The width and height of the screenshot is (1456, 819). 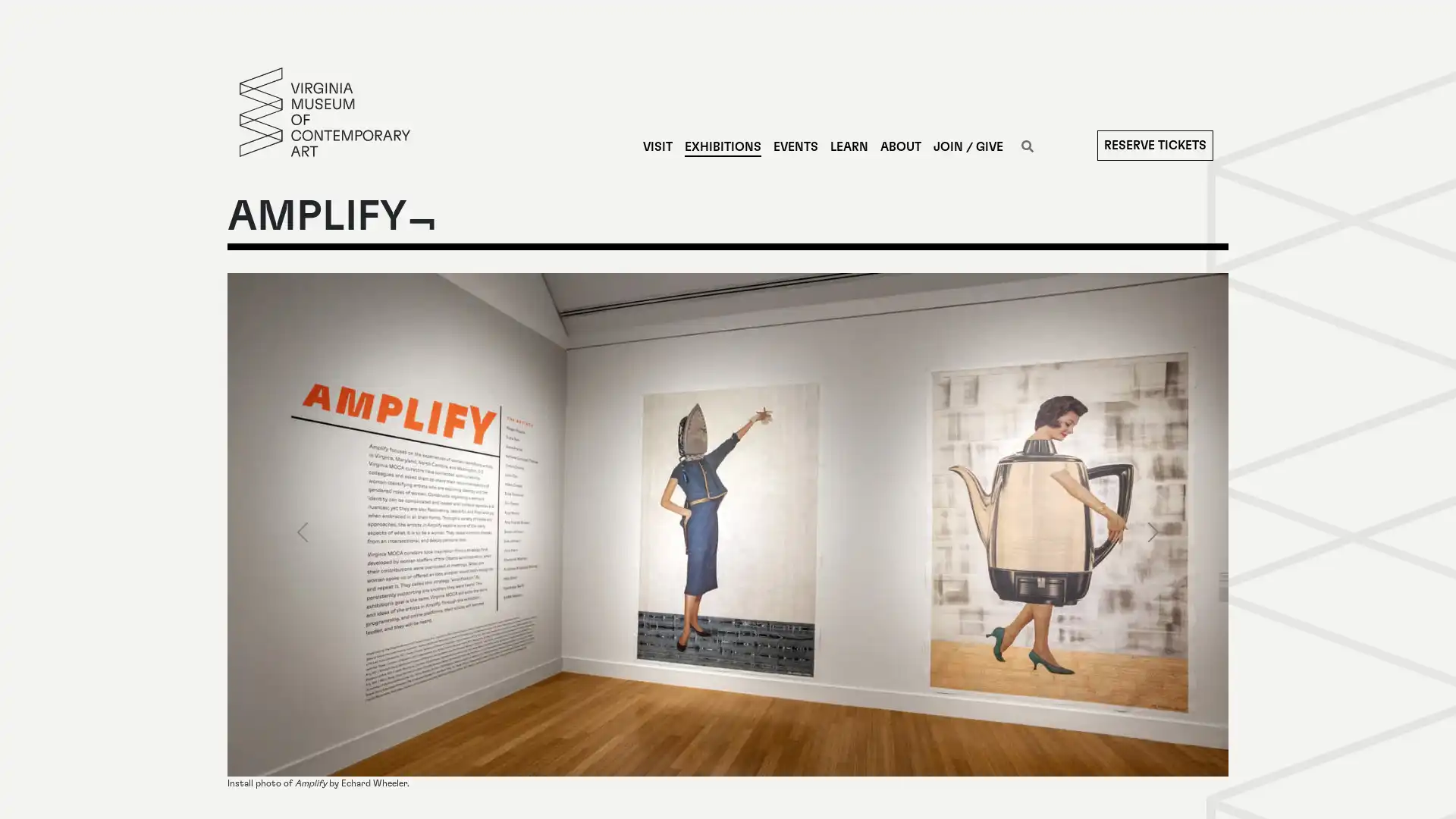 I want to click on Previous, so click(x=302, y=531).